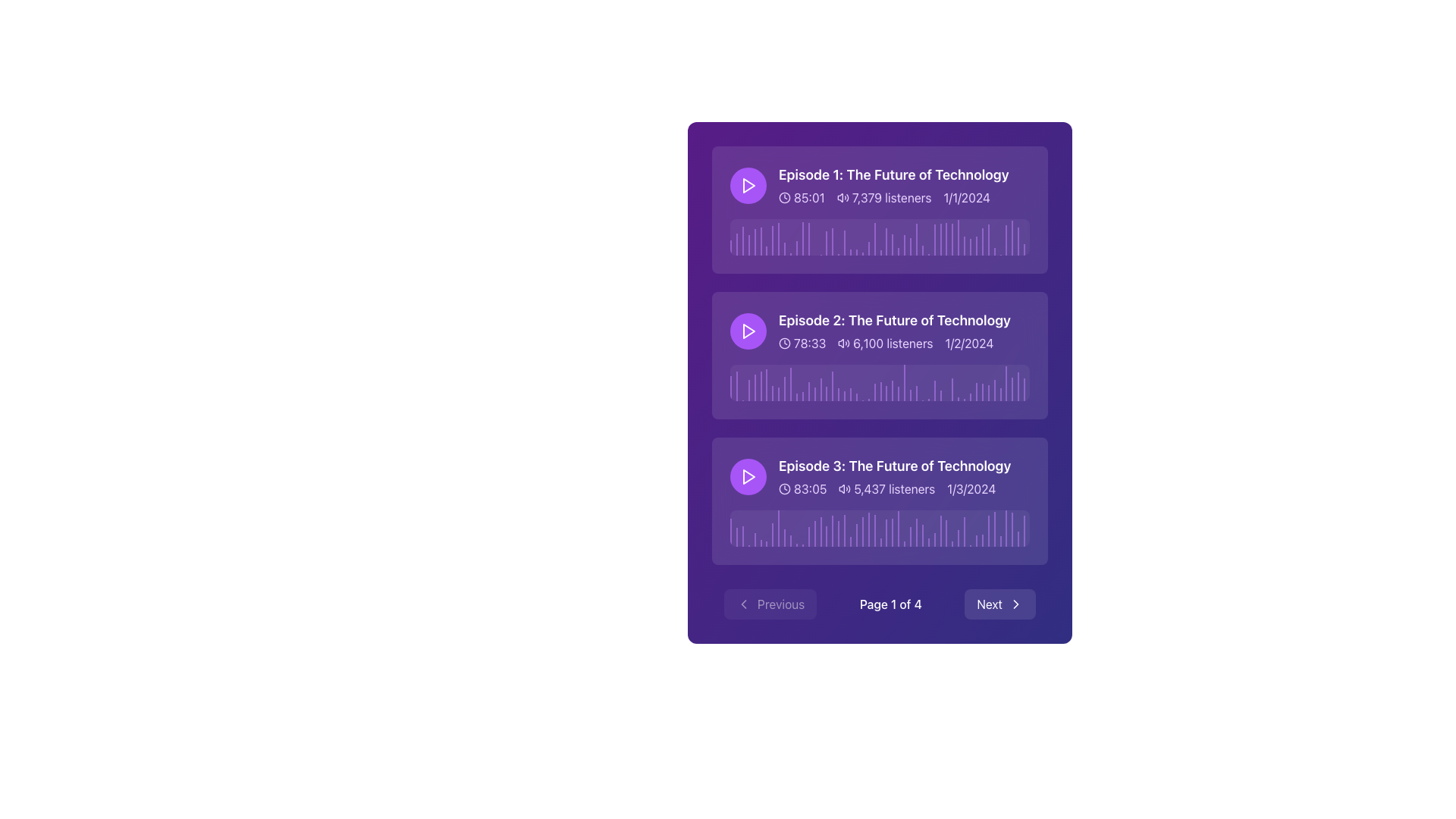 The image size is (1456, 819). I want to click on the 15th vertical progress marker line, which has a purple semi-transparent background, within the audio episode's playback widget, so click(814, 532).